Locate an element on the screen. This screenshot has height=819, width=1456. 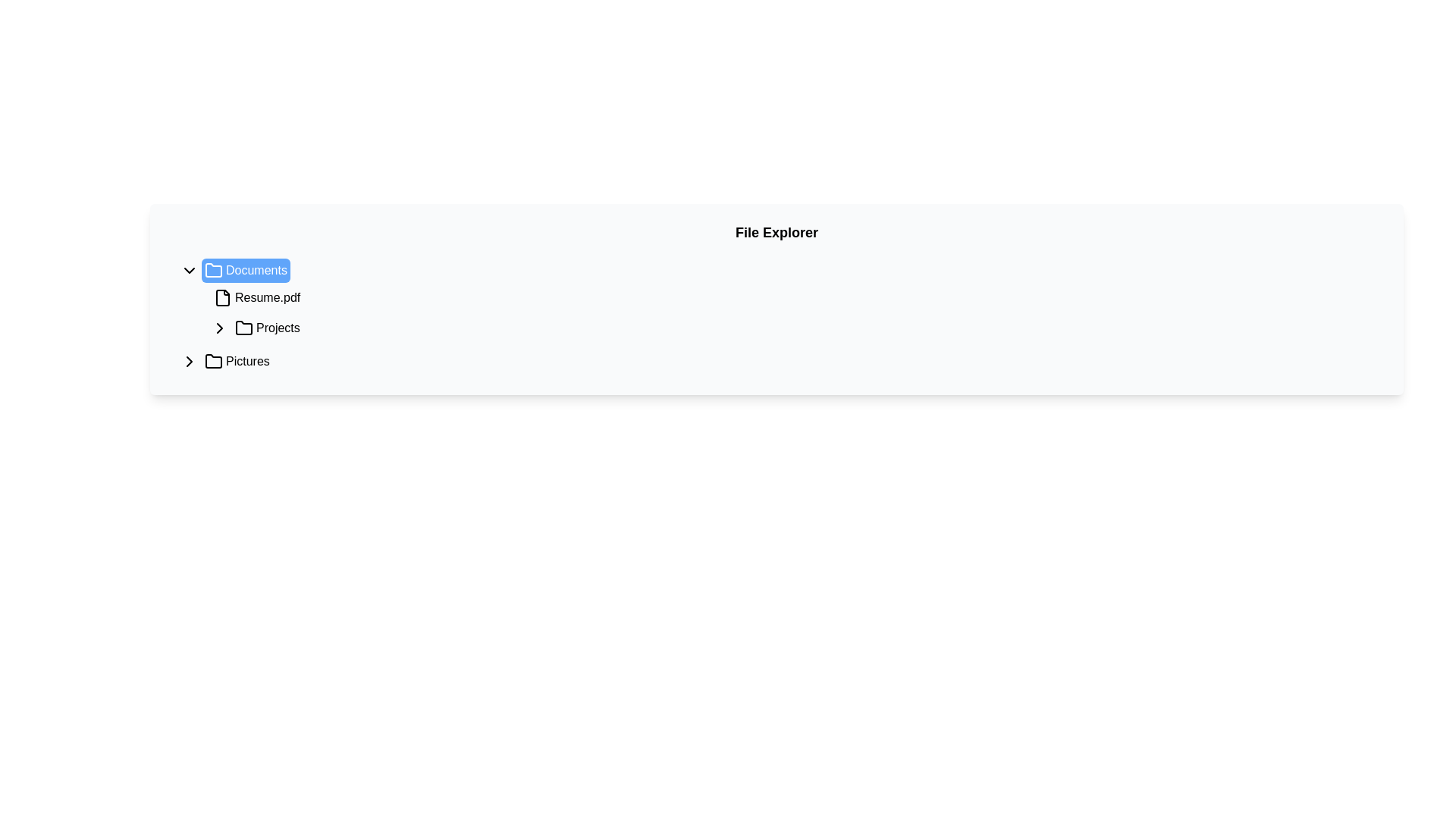
the document icon, which represents the file 'Resume.pdf' is located at coordinates (221, 298).